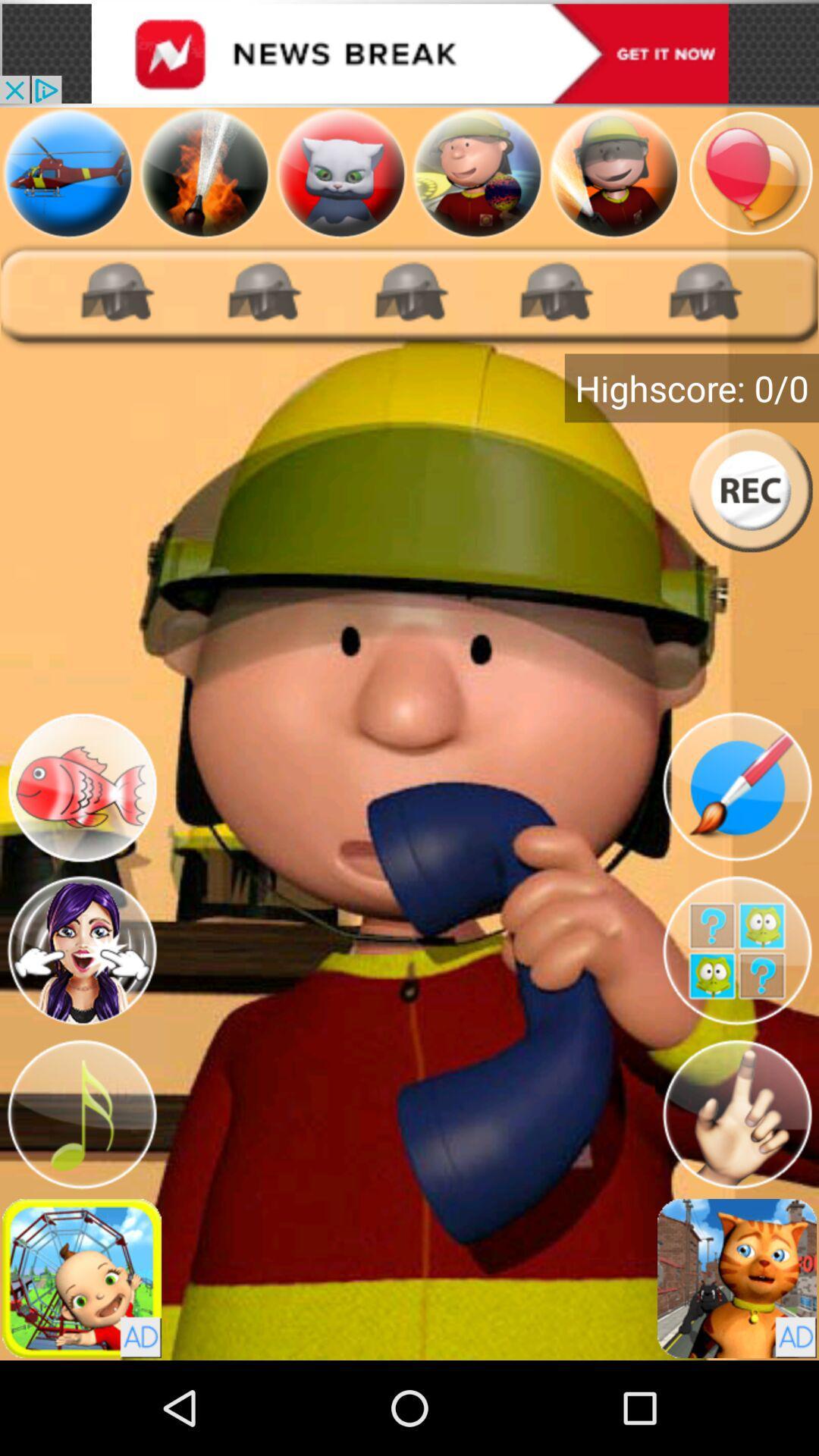 The width and height of the screenshot is (819, 1456). Describe the element at coordinates (82, 1114) in the screenshot. I see `choose music` at that location.